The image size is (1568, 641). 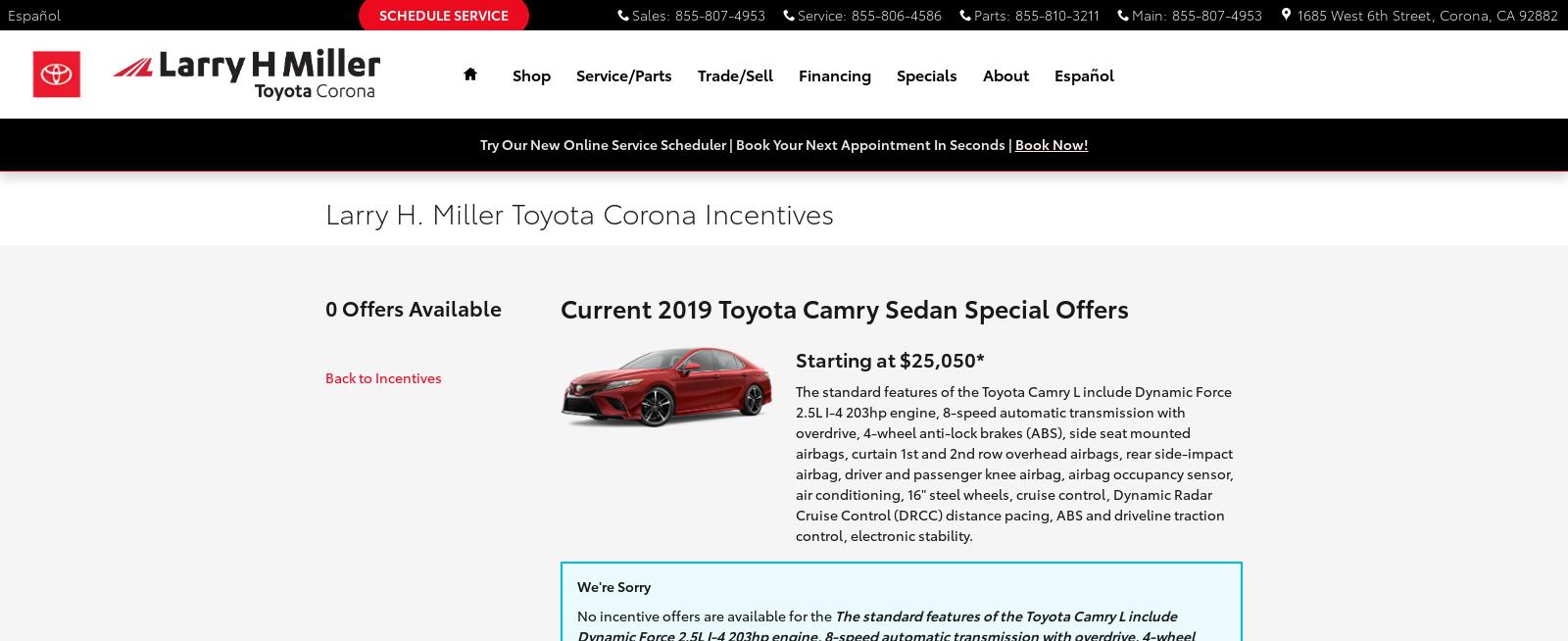 I want to click on 'Financing', so click(x=834, y=73).